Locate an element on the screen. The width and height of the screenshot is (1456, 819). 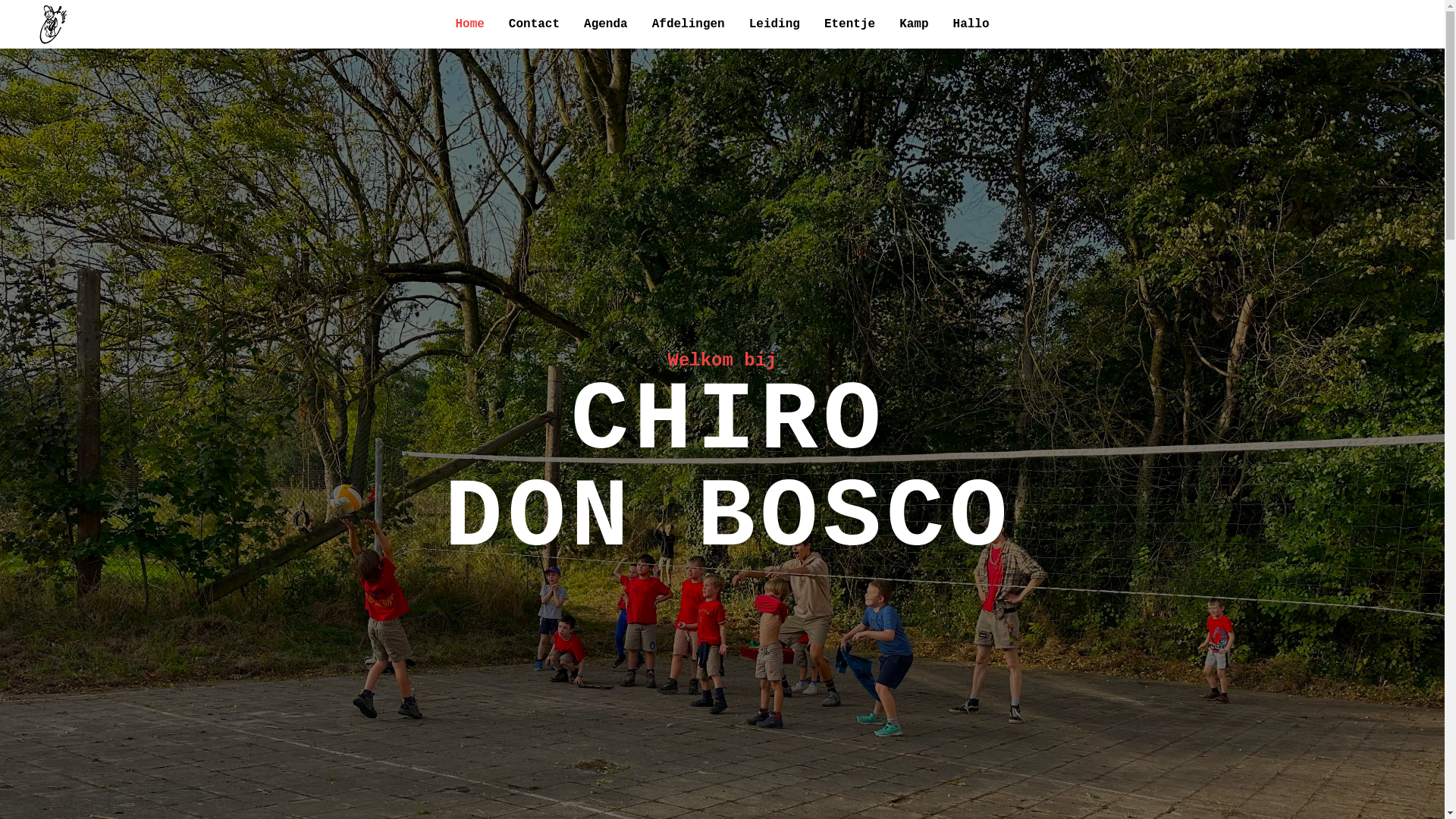
'Afdelingen' is located at coordinates (687, 24).